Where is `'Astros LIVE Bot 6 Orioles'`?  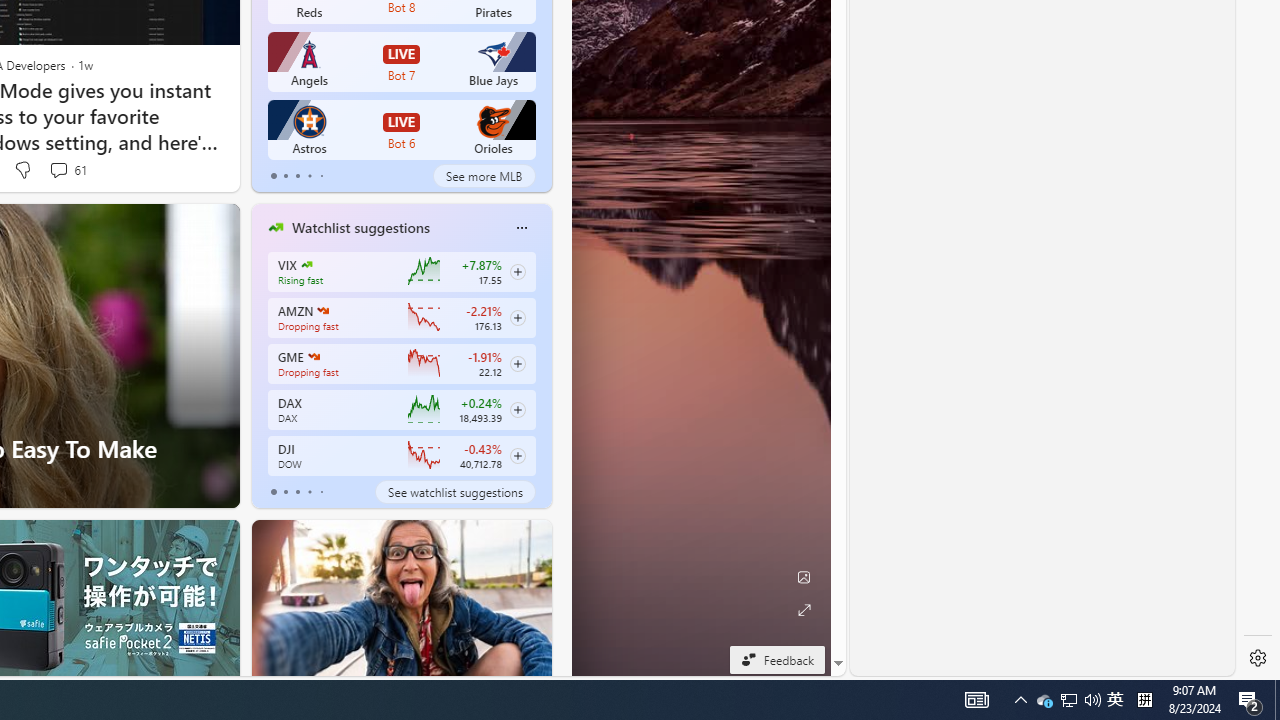 'Astros LIVE Bot 6 Orioles' is located at coordinates (400, 129).